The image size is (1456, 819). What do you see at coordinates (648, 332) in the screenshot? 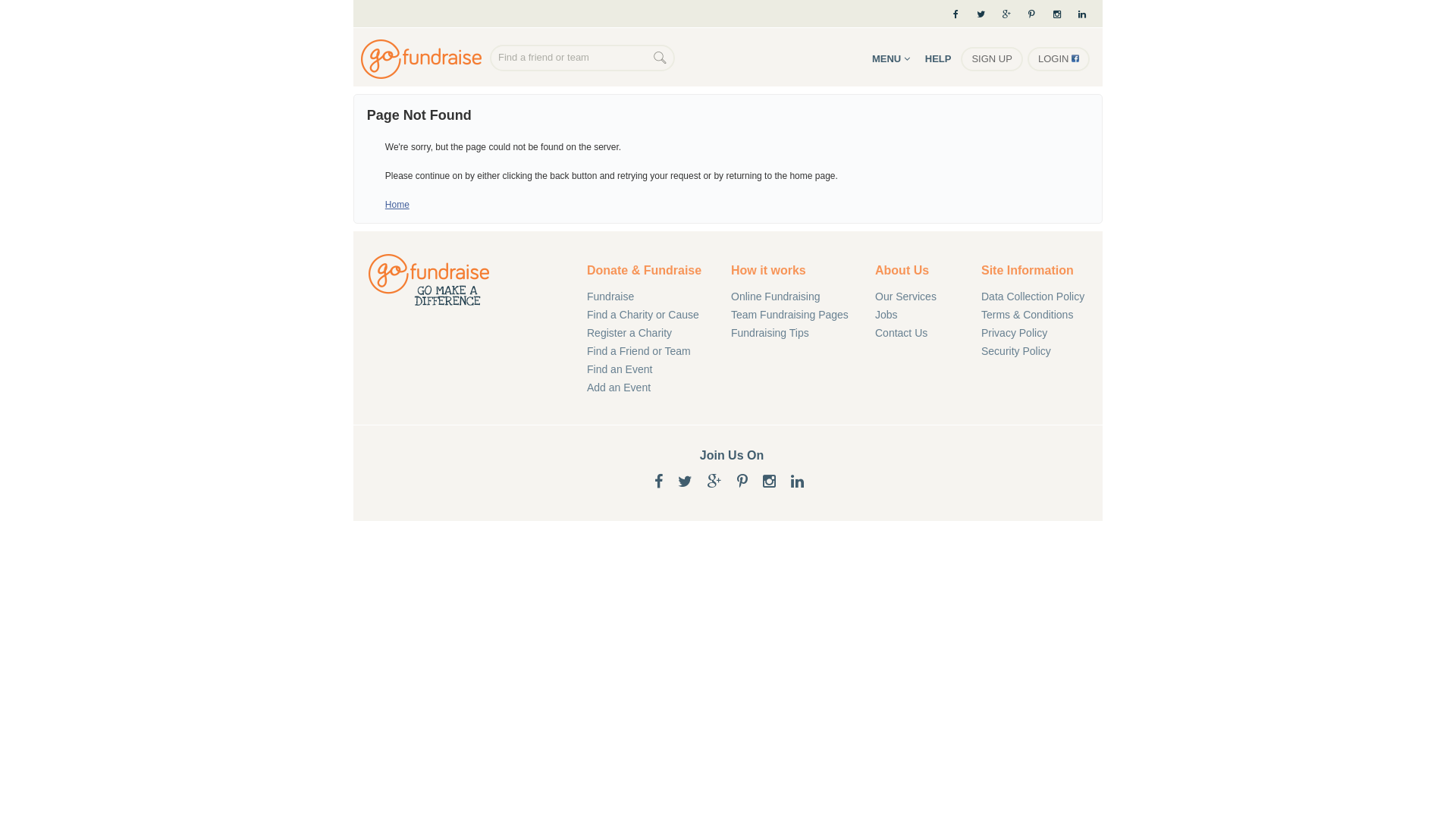
I see `'Register a Charity'` at bounding box center [648, 332].